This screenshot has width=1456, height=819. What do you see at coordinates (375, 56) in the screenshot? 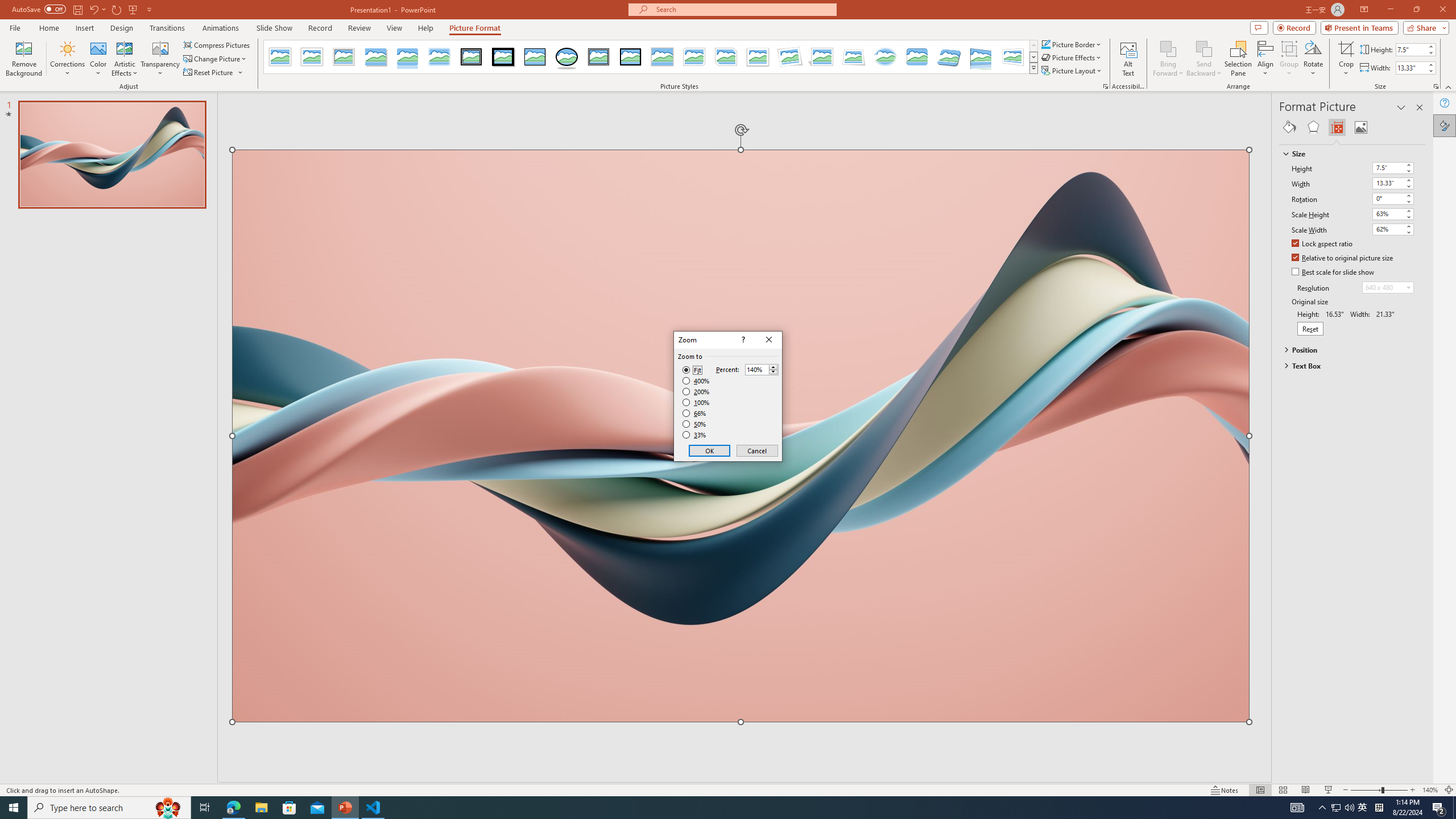
I see `'Drop Shadow Rectangle'` at bounding box center [375, 56].